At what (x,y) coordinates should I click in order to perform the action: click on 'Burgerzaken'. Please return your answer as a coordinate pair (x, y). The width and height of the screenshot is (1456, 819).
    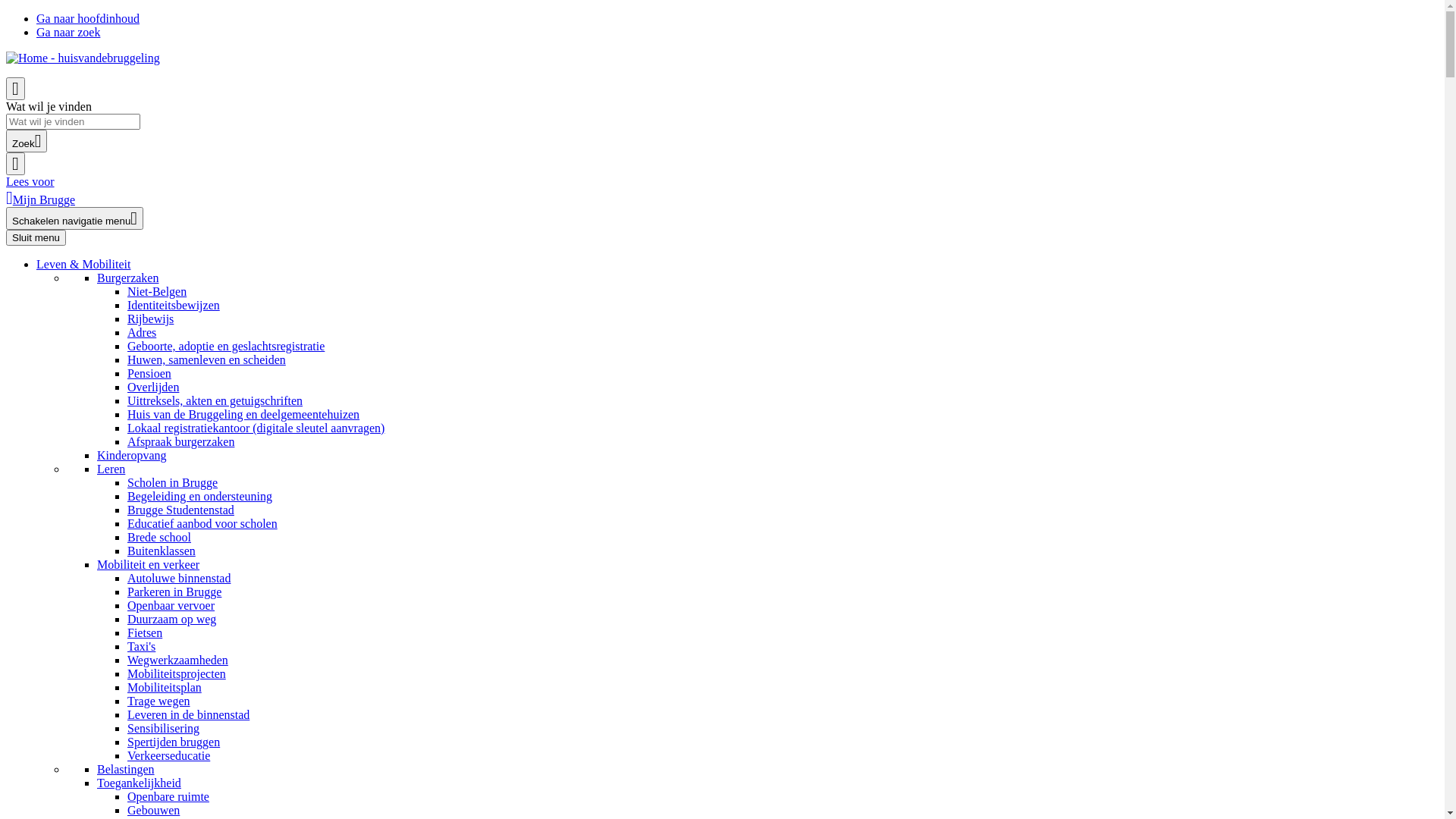
    Looking at the image, I should click on (127, 278).